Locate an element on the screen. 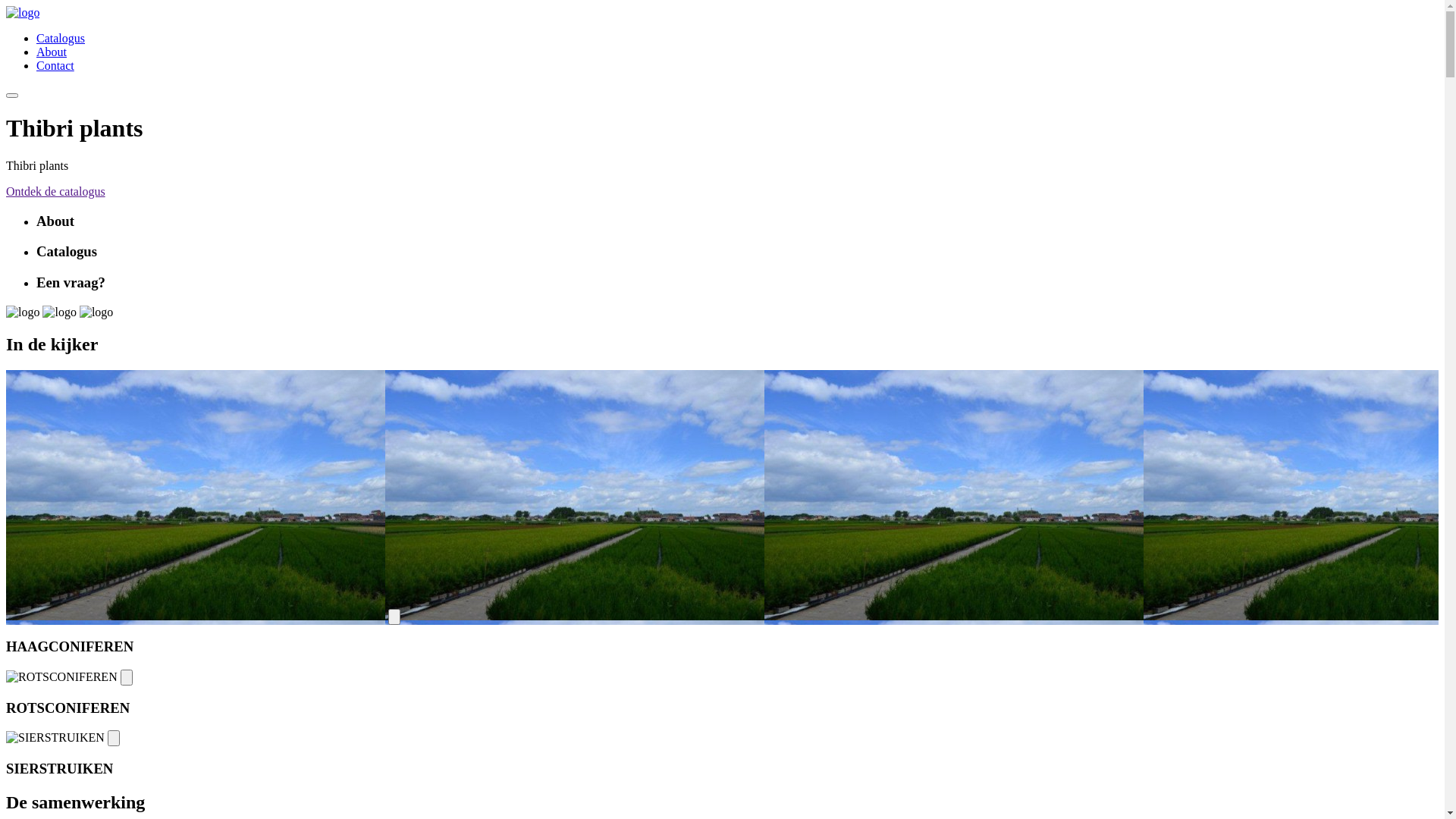 The height and width of the screenshot is (819, 1456). 'HAAGCONIFEREN' is located at coordinates (195, 494).